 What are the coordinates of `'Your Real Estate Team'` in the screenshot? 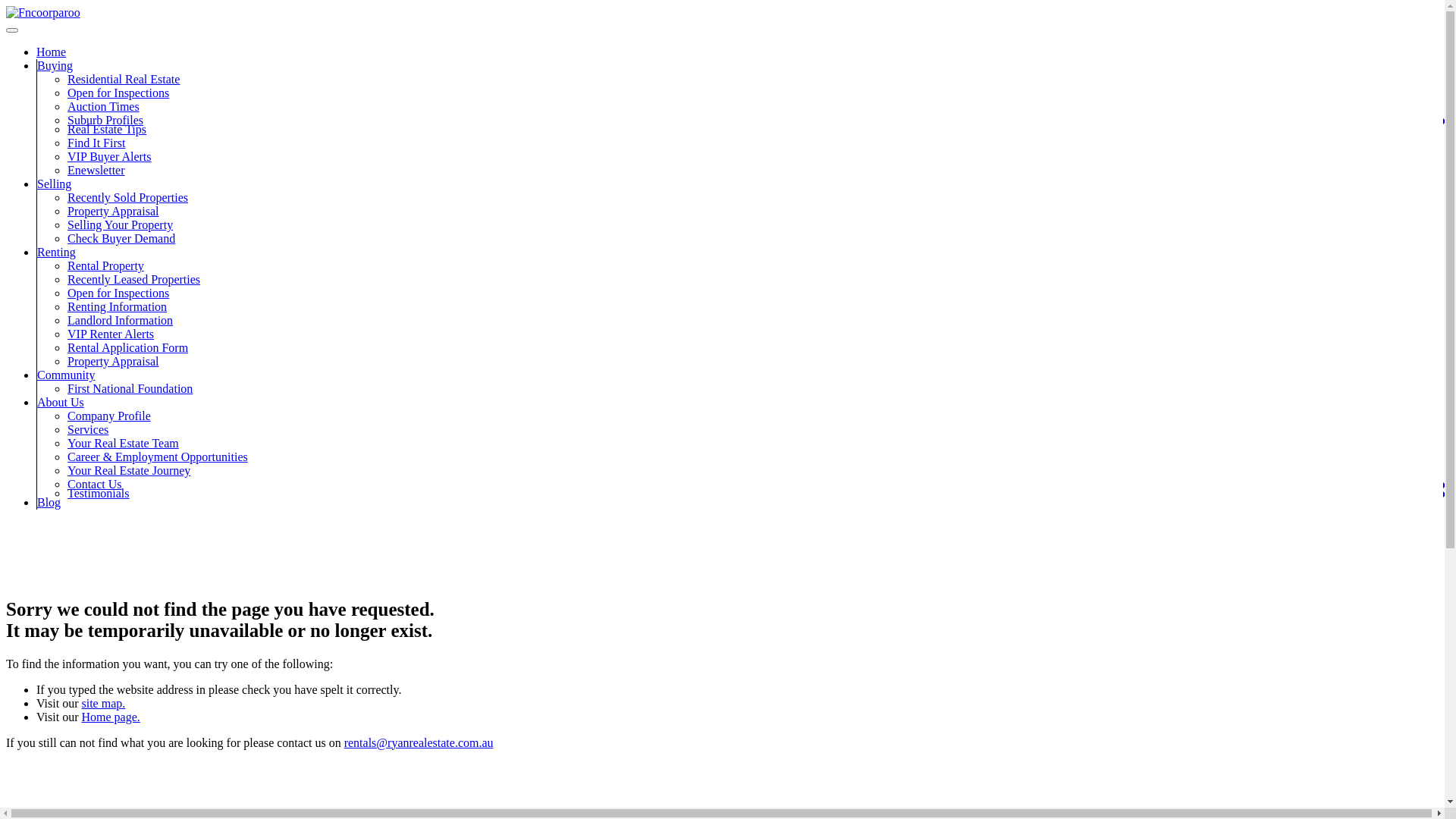 It's located at (123, 443).